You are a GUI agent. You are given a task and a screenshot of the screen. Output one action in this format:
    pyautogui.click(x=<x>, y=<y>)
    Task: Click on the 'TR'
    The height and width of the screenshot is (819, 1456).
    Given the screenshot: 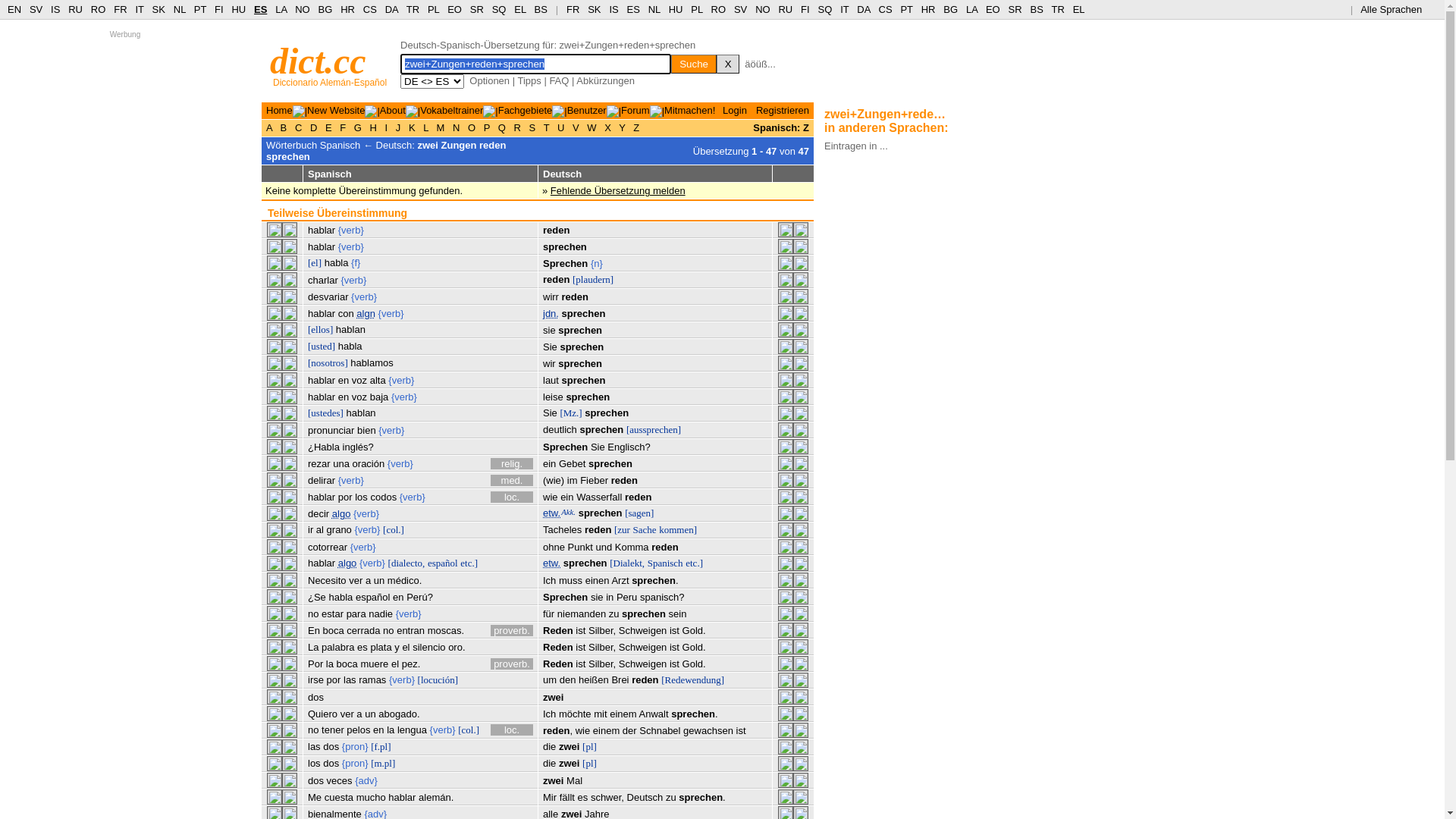 What is the action you would take?
    pyautogui.click(x=1056, y=9)
    